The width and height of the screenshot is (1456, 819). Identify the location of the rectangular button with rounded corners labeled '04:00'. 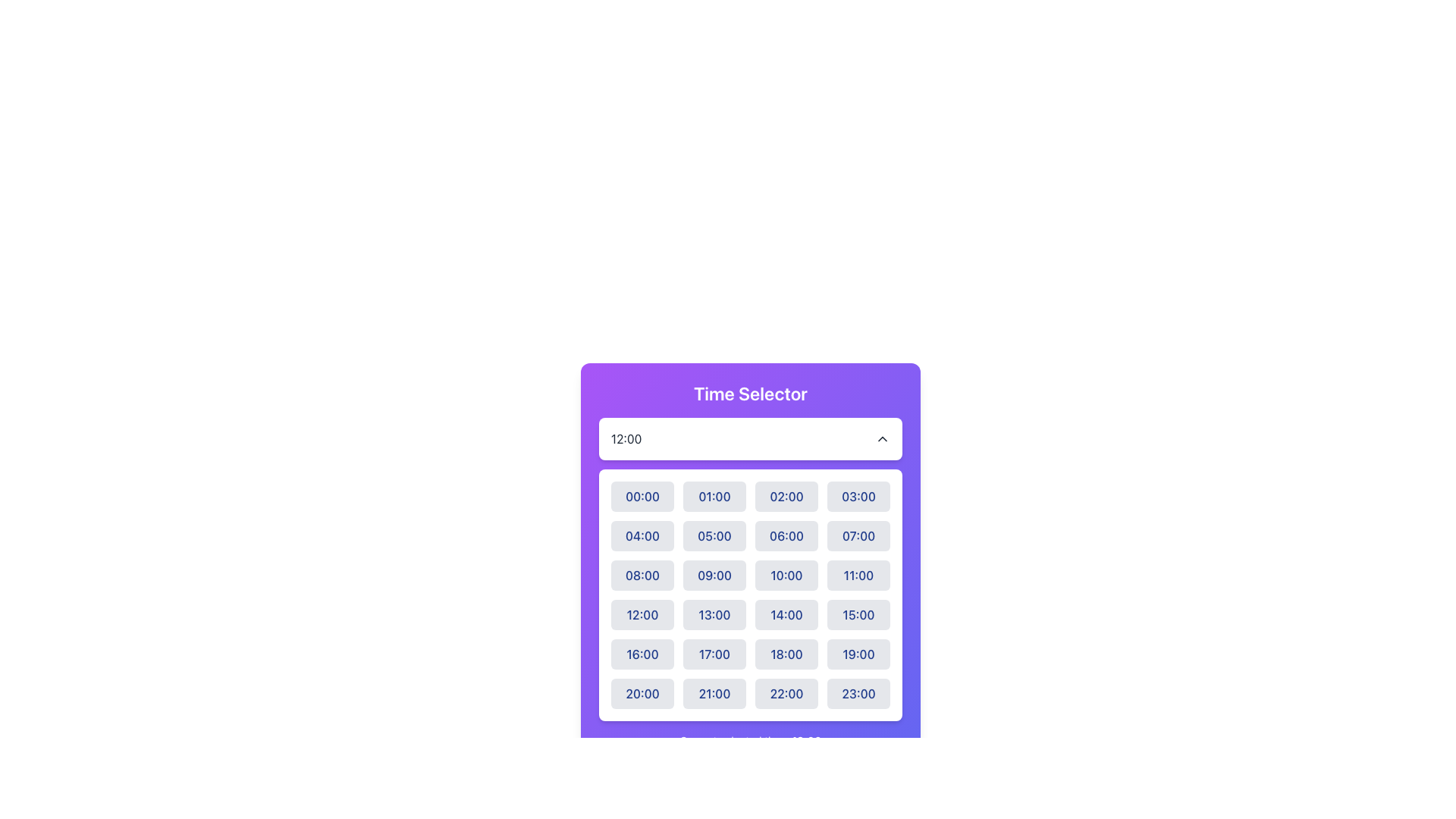
(642, 535).